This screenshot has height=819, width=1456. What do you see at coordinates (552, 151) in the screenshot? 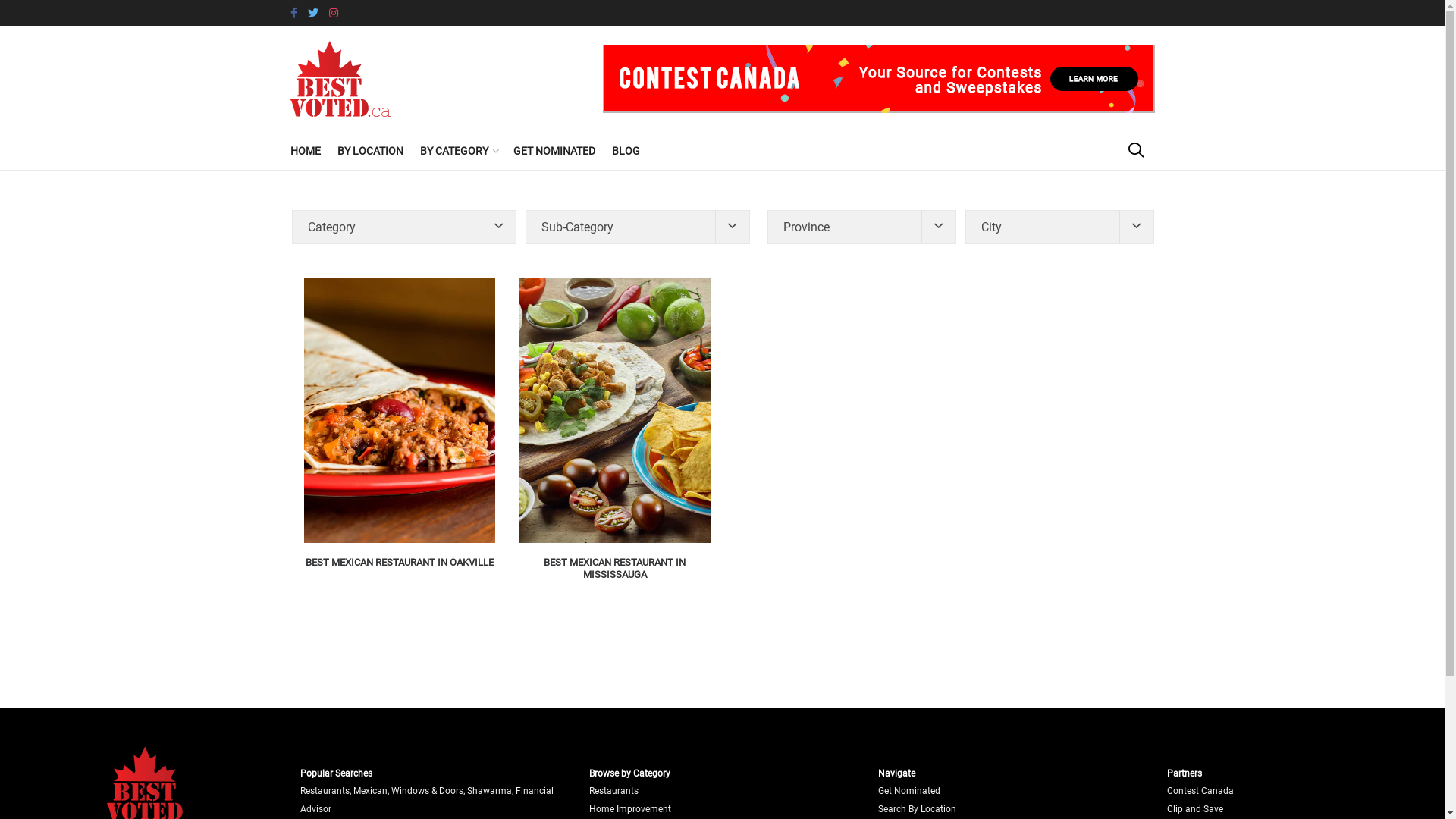
I see `'GET NOMINATED'` at bounding box center [552, 151].